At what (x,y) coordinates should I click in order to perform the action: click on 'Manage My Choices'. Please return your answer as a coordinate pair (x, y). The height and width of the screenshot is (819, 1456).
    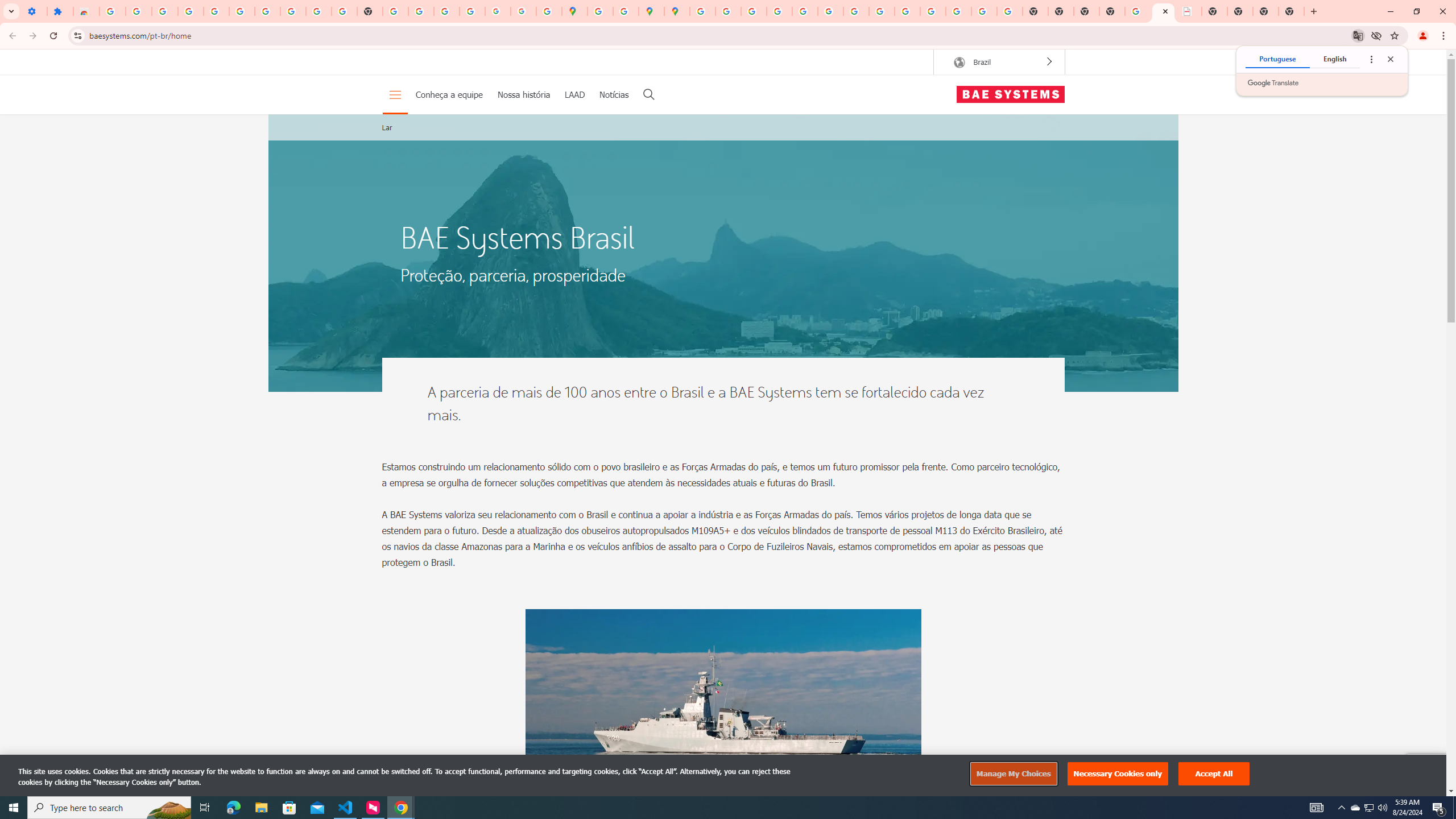
    Looking at the image, I should click on (1013, 773).